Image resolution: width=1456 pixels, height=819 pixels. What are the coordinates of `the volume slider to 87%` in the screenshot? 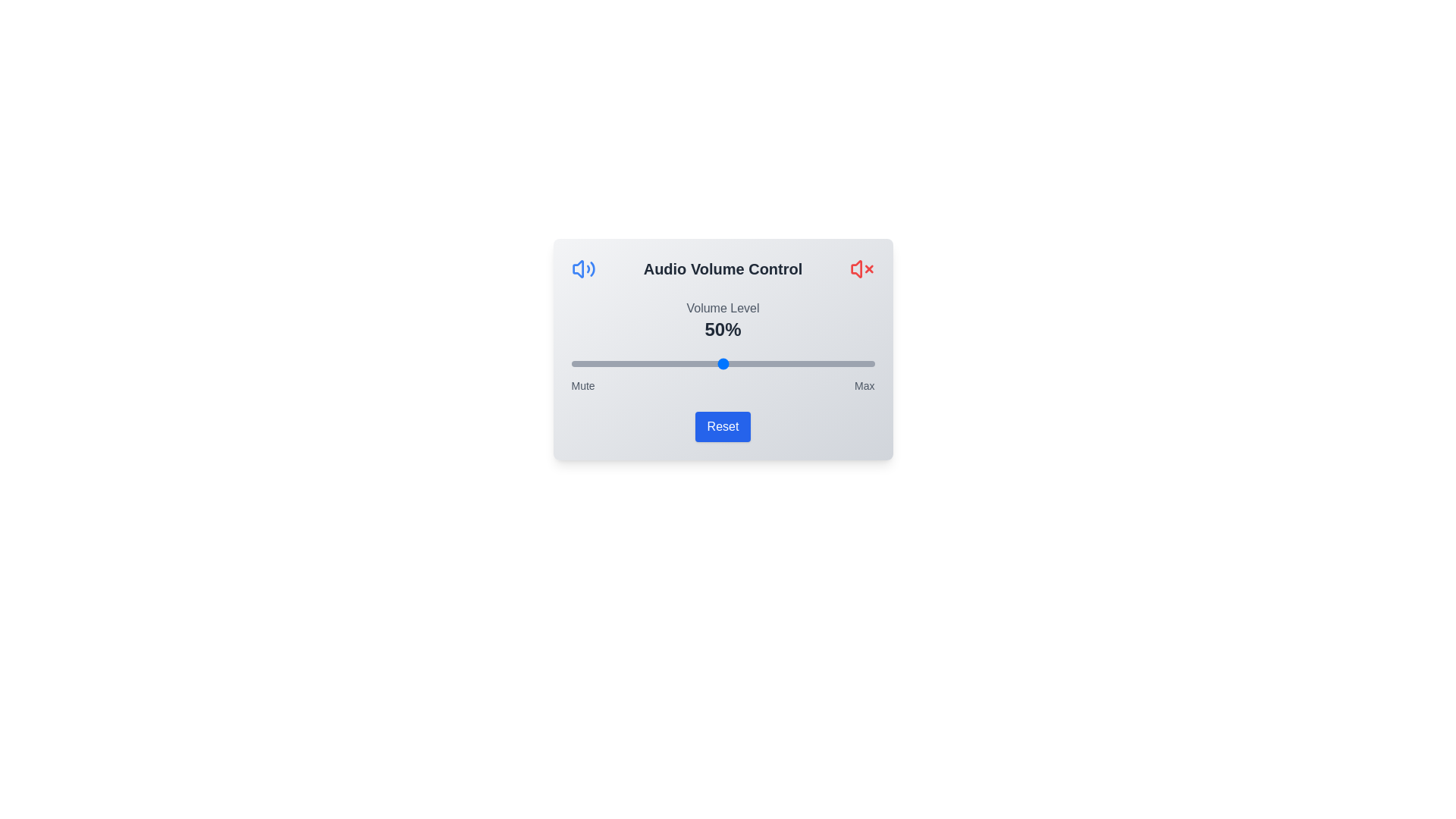 It's located at (834, 363).